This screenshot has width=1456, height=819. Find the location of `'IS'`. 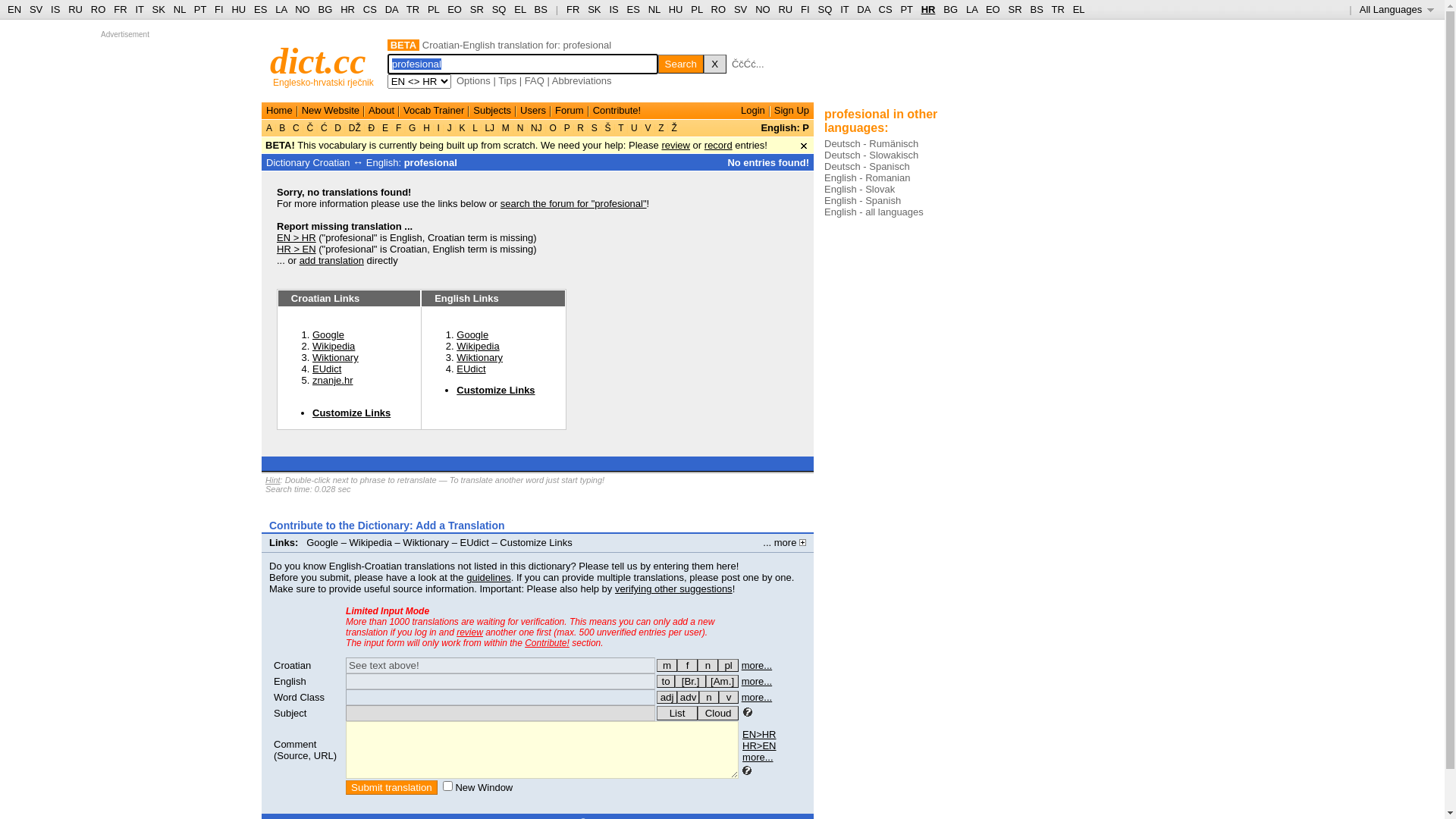

'IS' is located at coordinates (55, 9).